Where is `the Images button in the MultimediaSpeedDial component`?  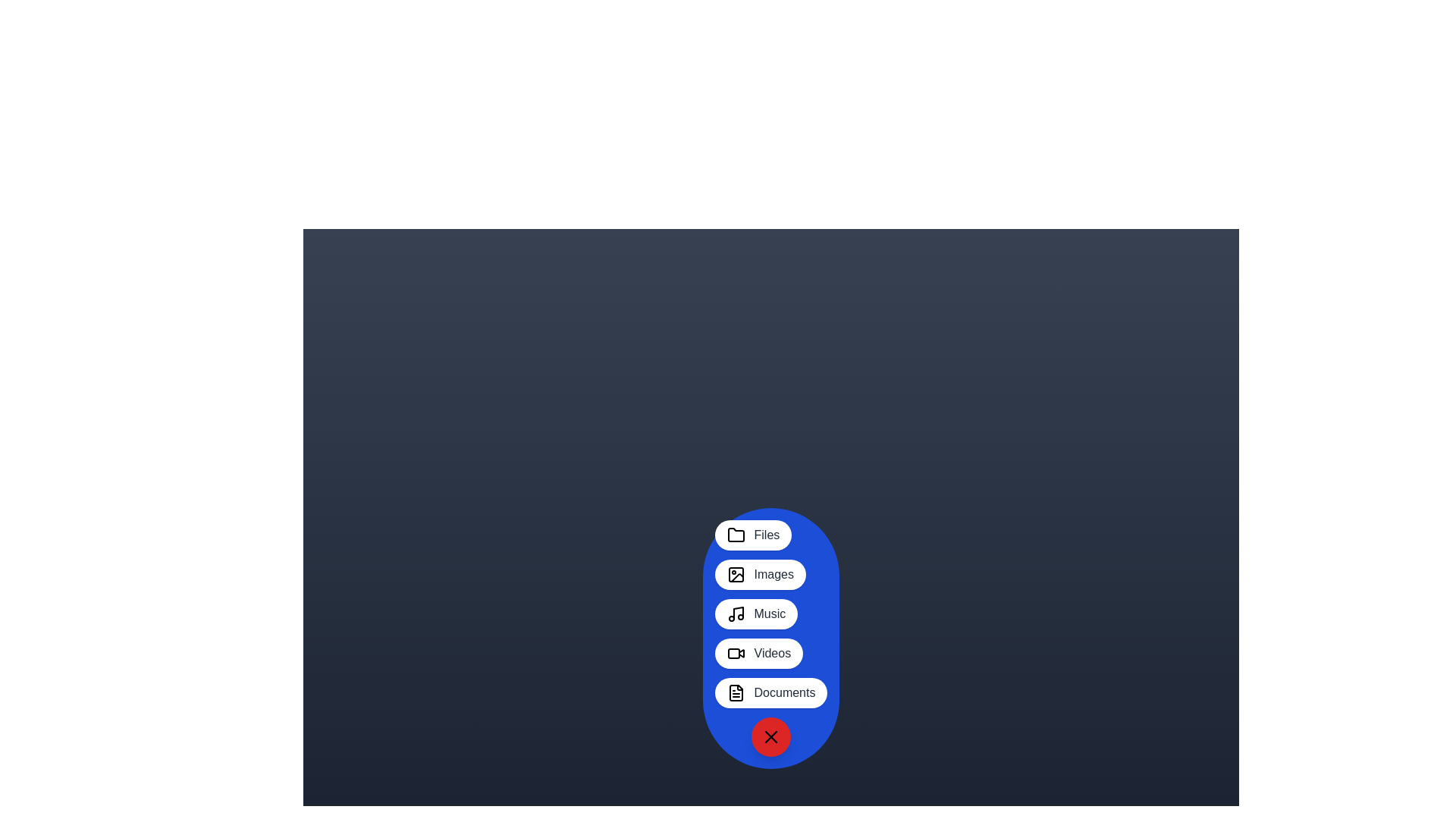 the Images button in the MultimediaSpeedDial component is located at coordinates (761, 575).